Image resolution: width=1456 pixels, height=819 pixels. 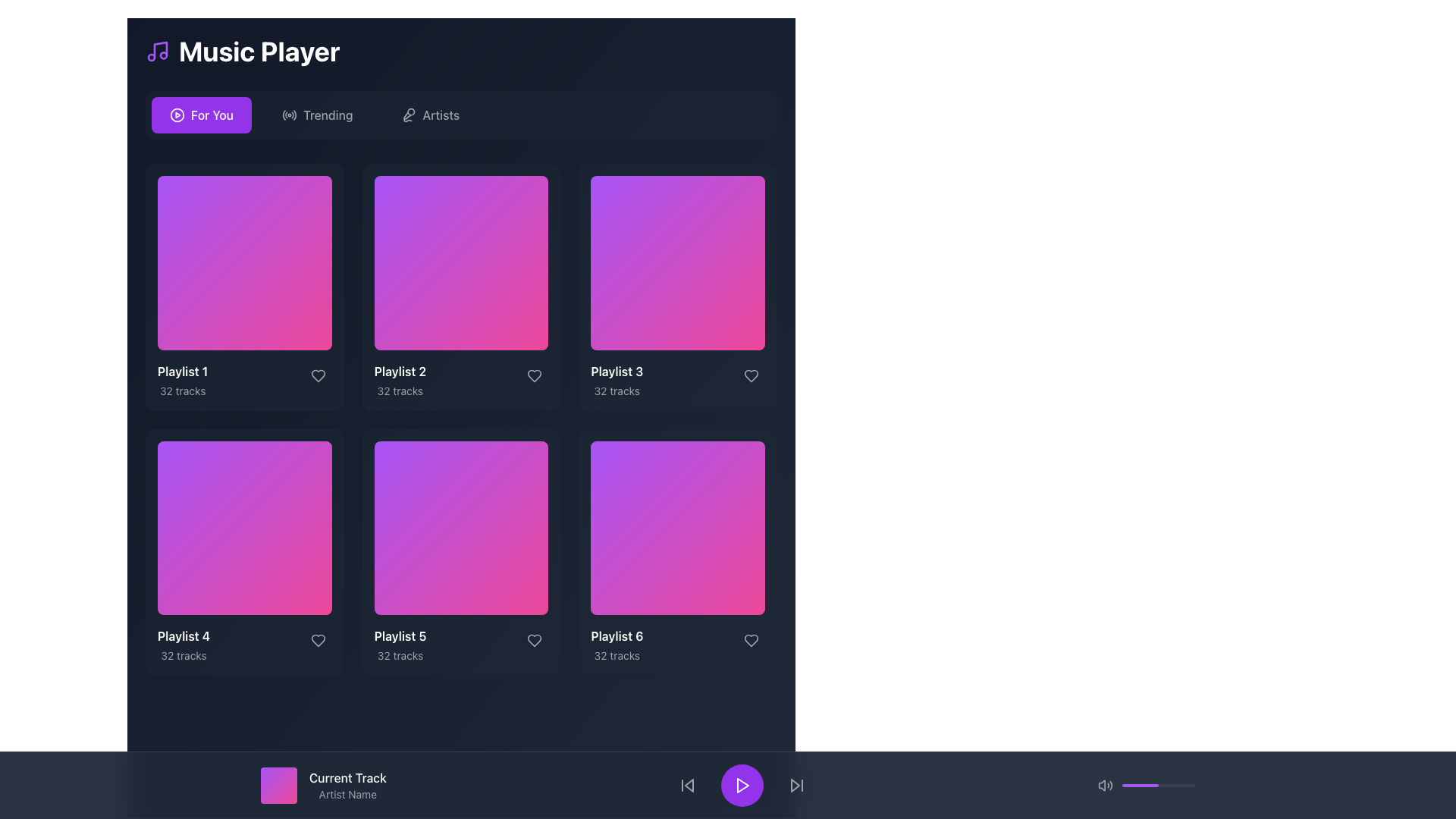 I want to click on the 'Artists' button, which is the third button in a horizontal row with a dark gray background and a microphone icon on the left, so click(x=429, y=114).